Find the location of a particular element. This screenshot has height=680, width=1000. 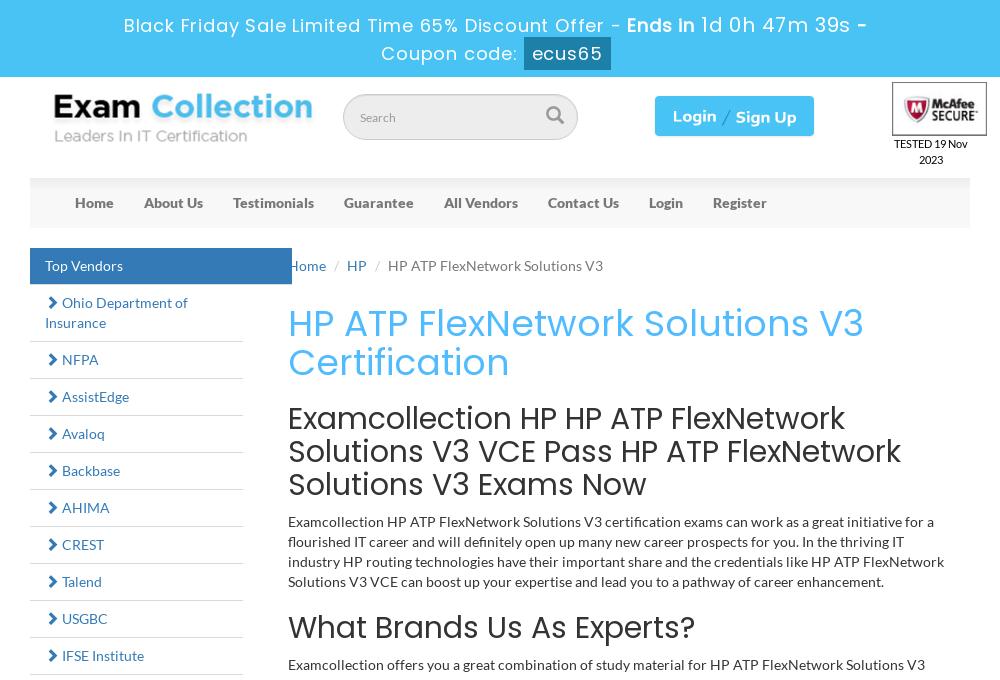

'HP ATP FlexNetwork Solutions V3' is located at coordinates (493, 263).